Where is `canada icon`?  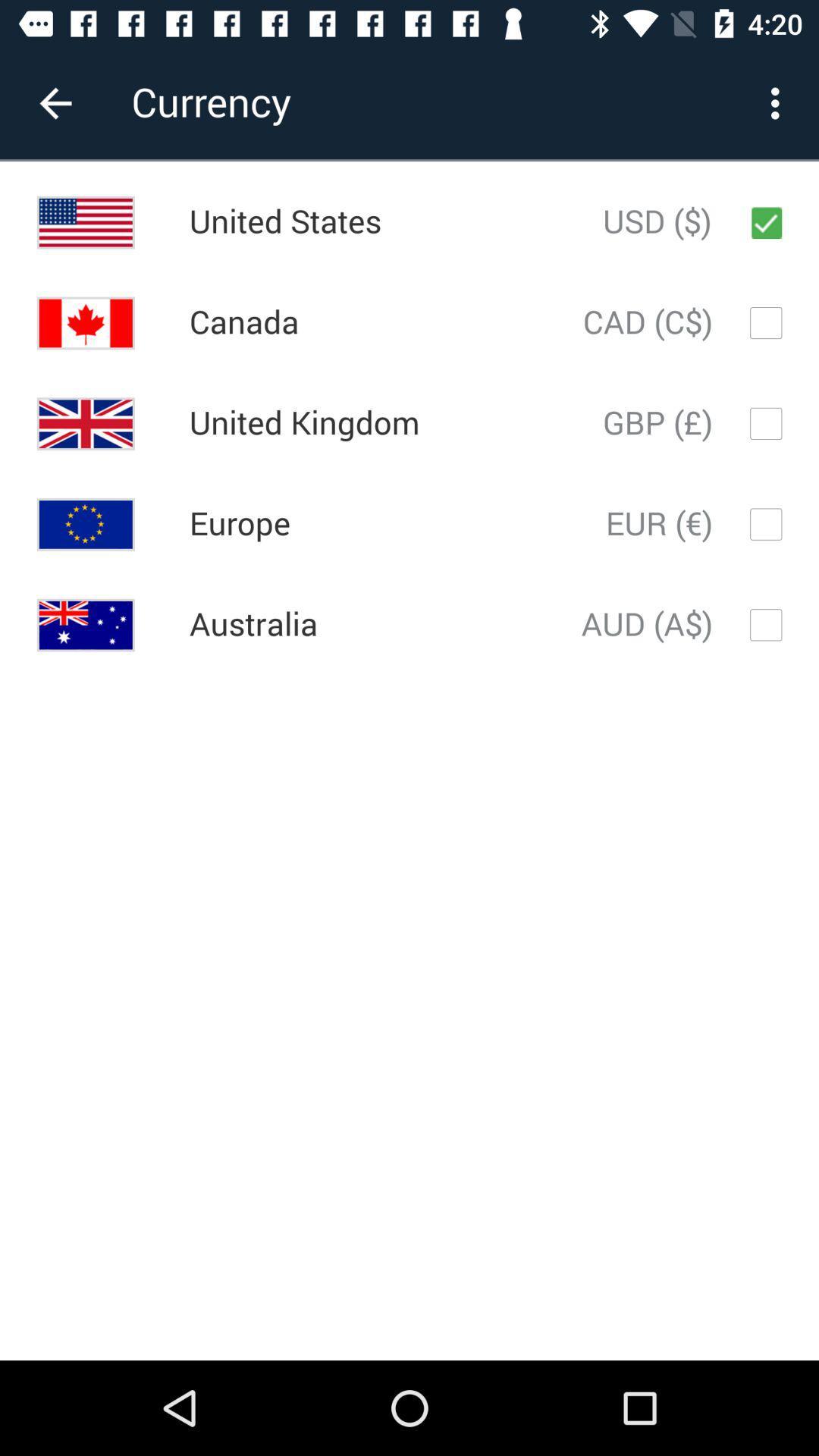
canada icon is located at coordinates (243, 322).